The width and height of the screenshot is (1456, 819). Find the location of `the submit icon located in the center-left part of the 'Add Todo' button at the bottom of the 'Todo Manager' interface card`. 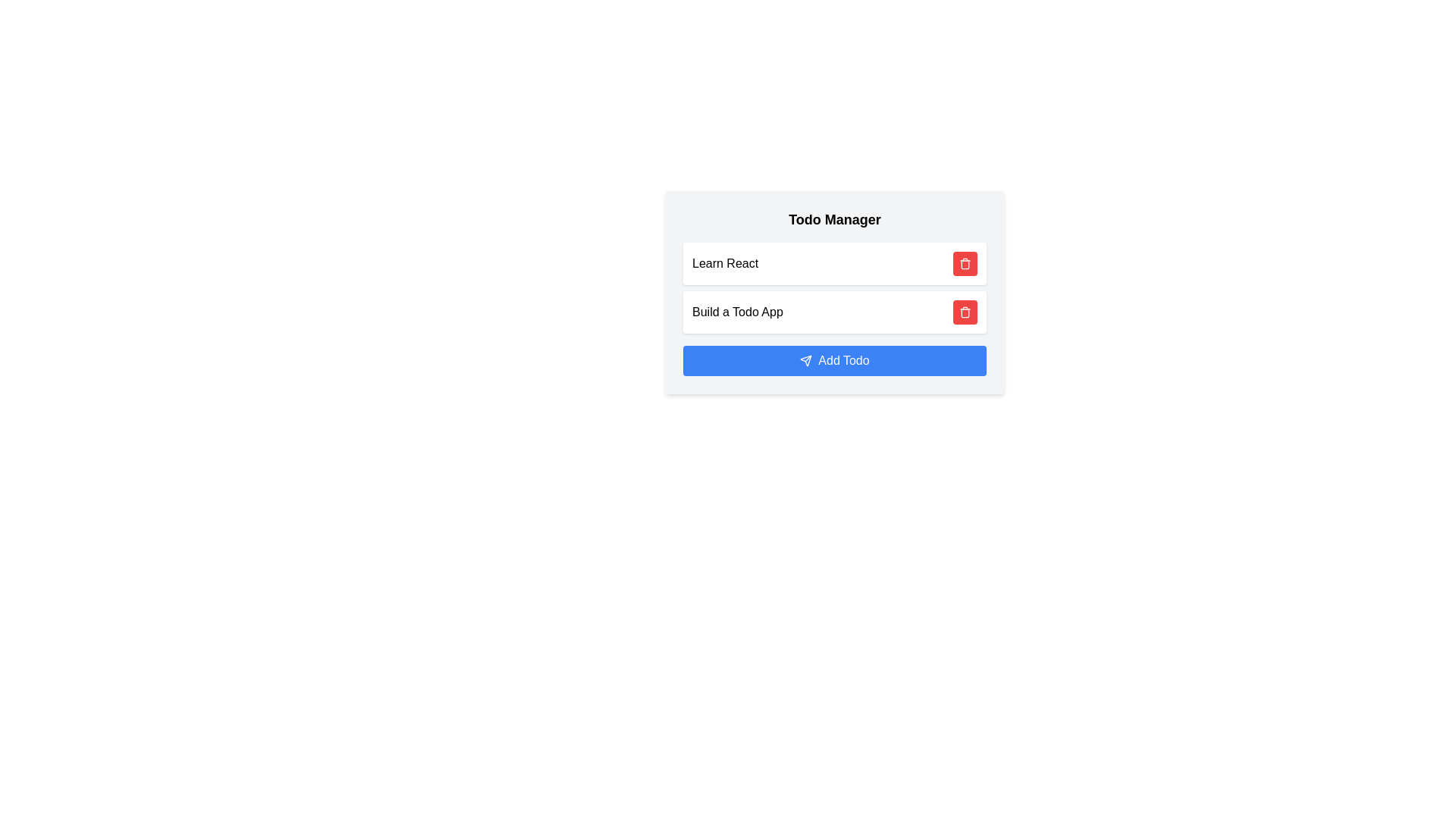

the submit icon located in the center-left part of the 'Add Todo' button at the bottom of the 'Todo Manager' interface card is located at coordinates (805, 360).